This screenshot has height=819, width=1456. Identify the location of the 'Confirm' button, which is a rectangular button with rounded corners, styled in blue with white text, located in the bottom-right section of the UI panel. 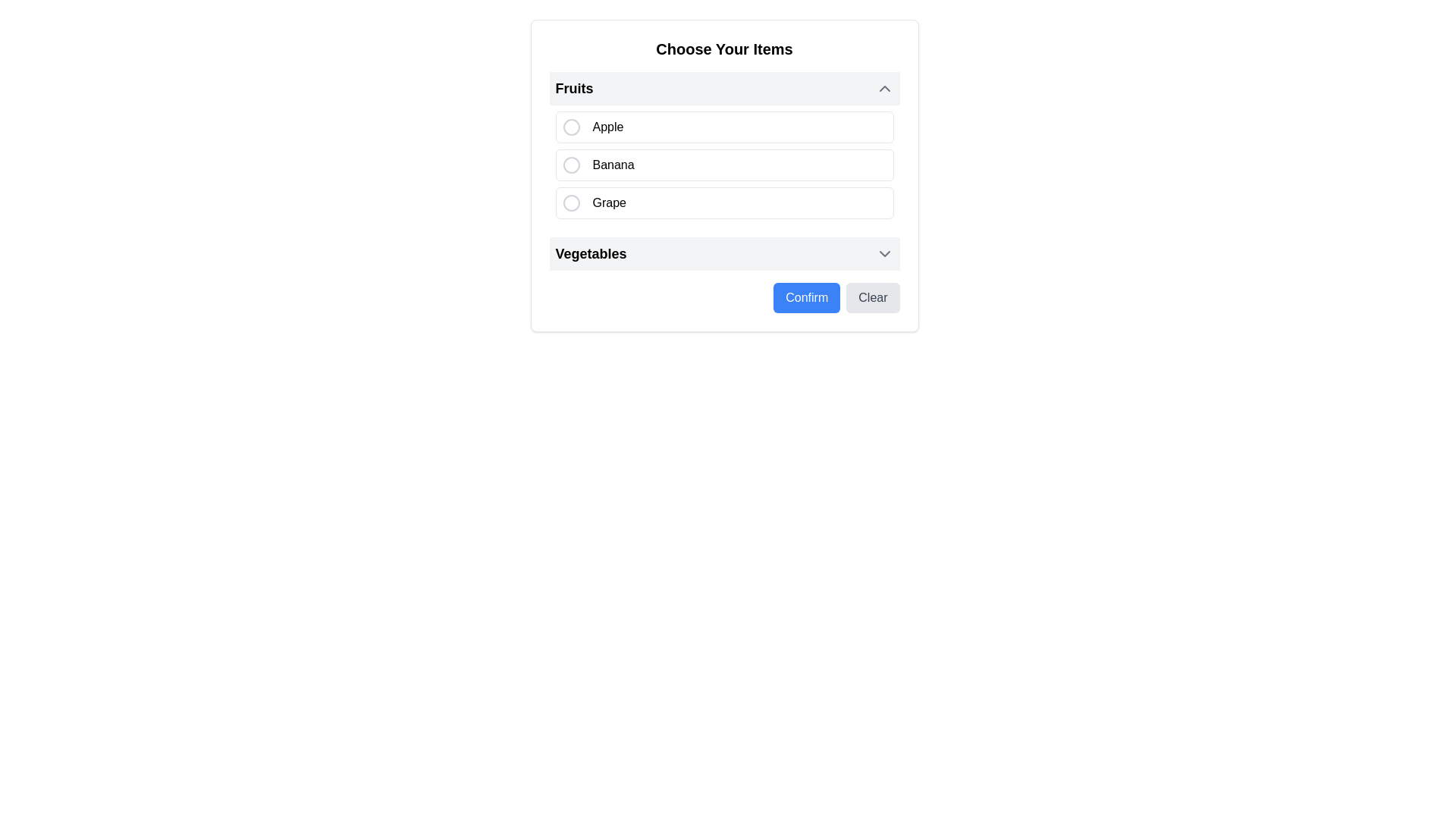
(806, 298).